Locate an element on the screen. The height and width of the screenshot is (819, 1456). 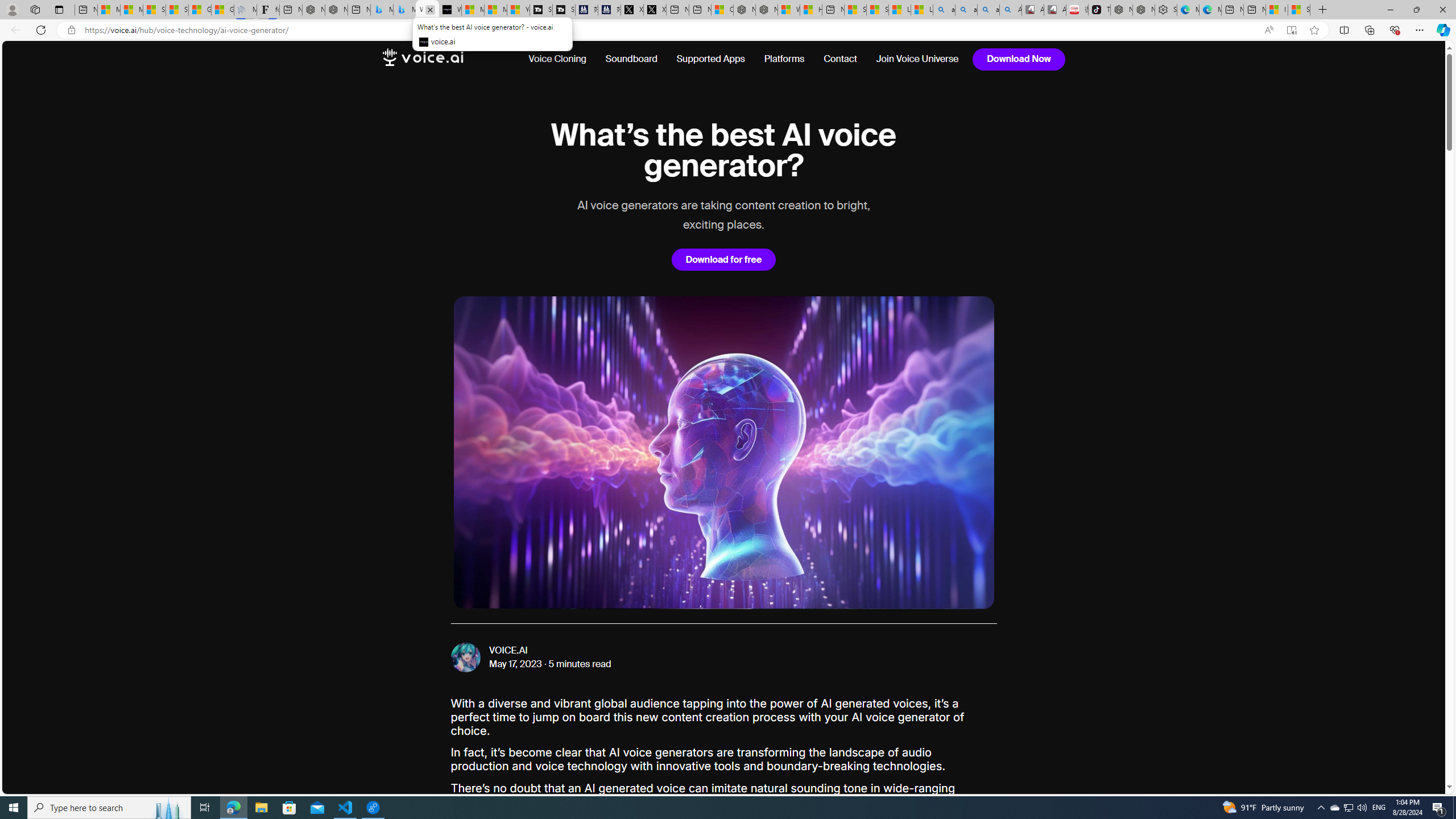
'Microsoft Bing Travel - Shangri-La Hotel Bangkok' is located at coordinates (404, 9).